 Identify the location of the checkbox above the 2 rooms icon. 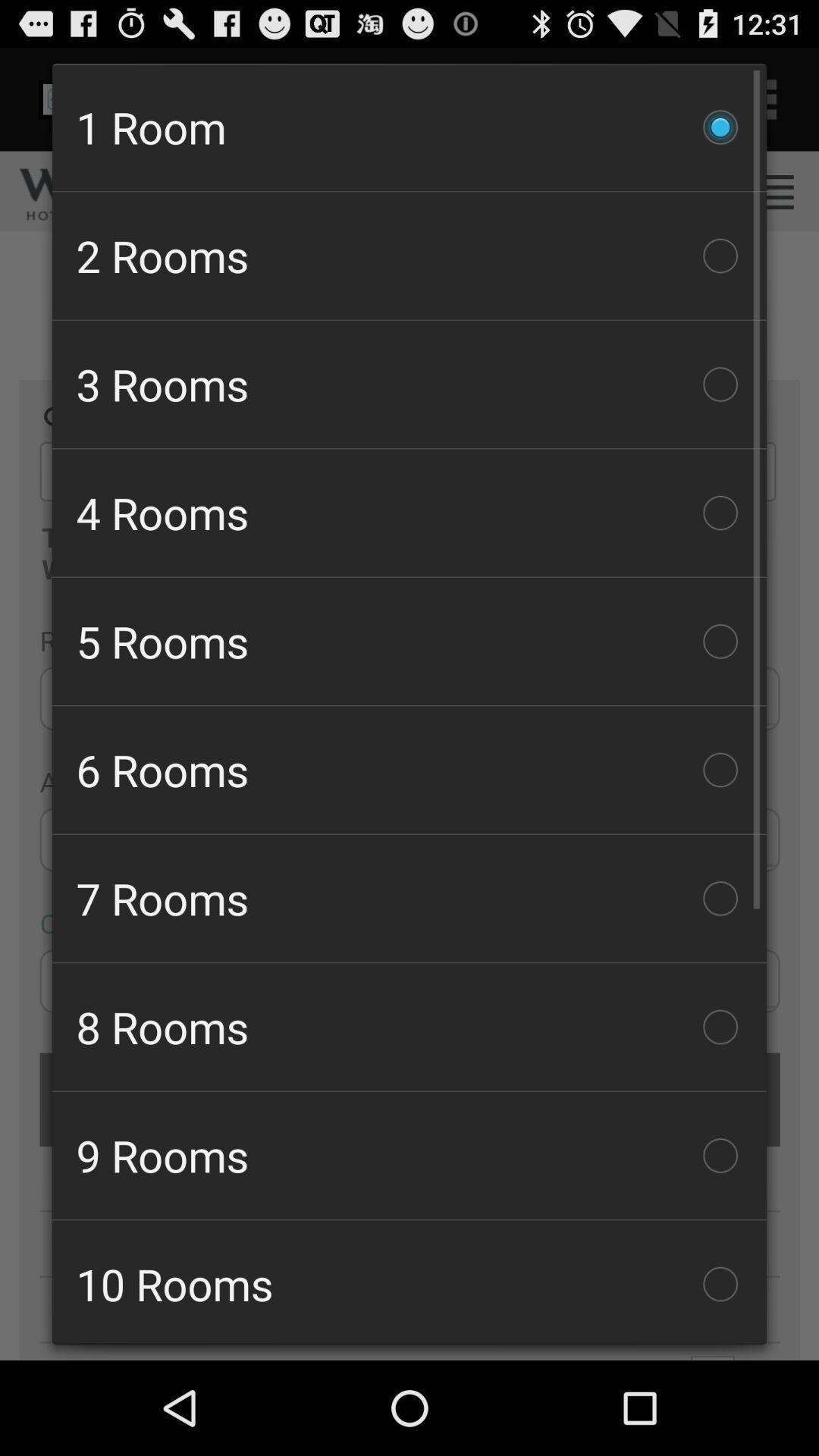
(409, 127).